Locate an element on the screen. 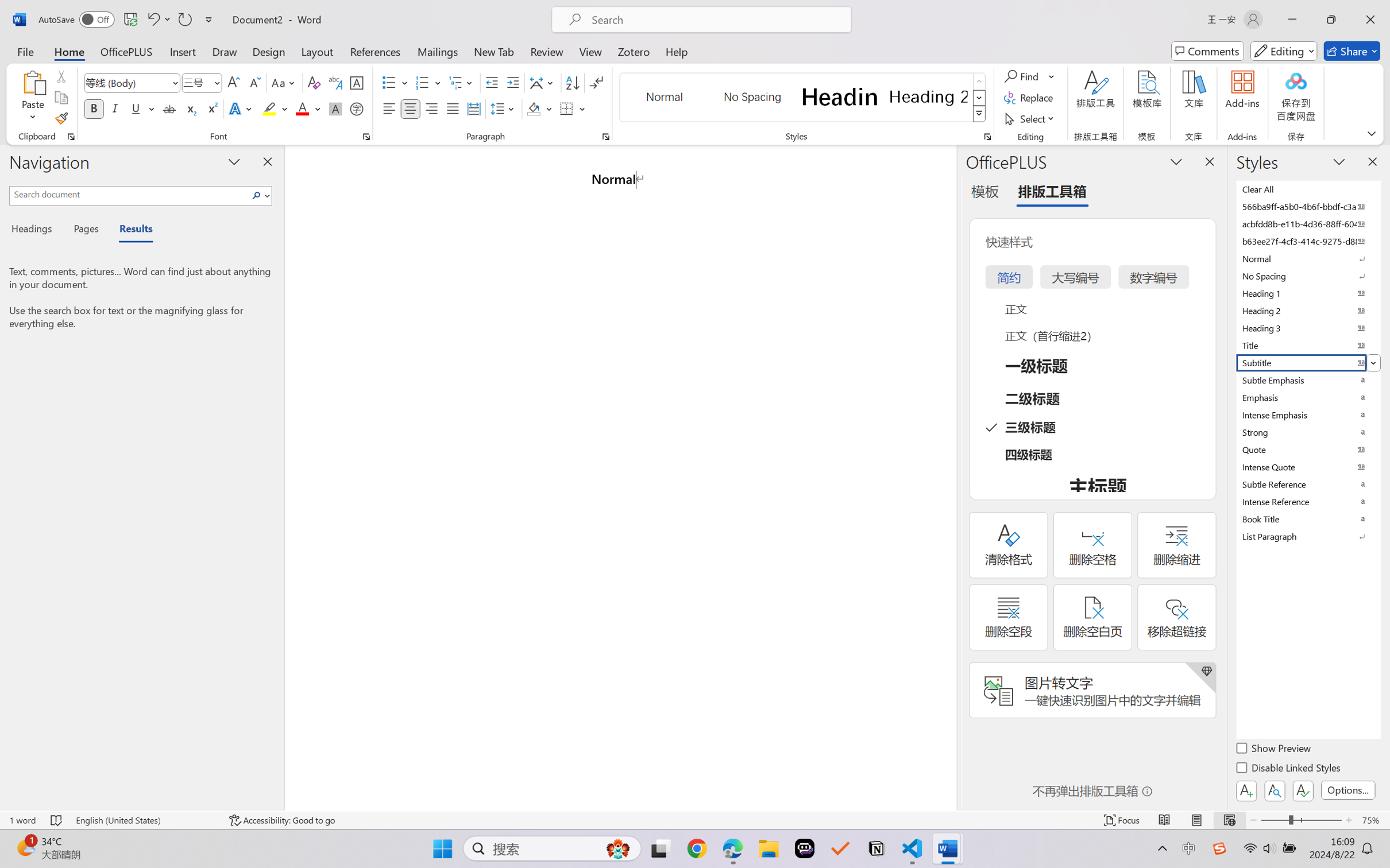 The height and width of the screenshot is (868, 1390). 'Disable Linked Styles' is located at coordinates (1288, 769).